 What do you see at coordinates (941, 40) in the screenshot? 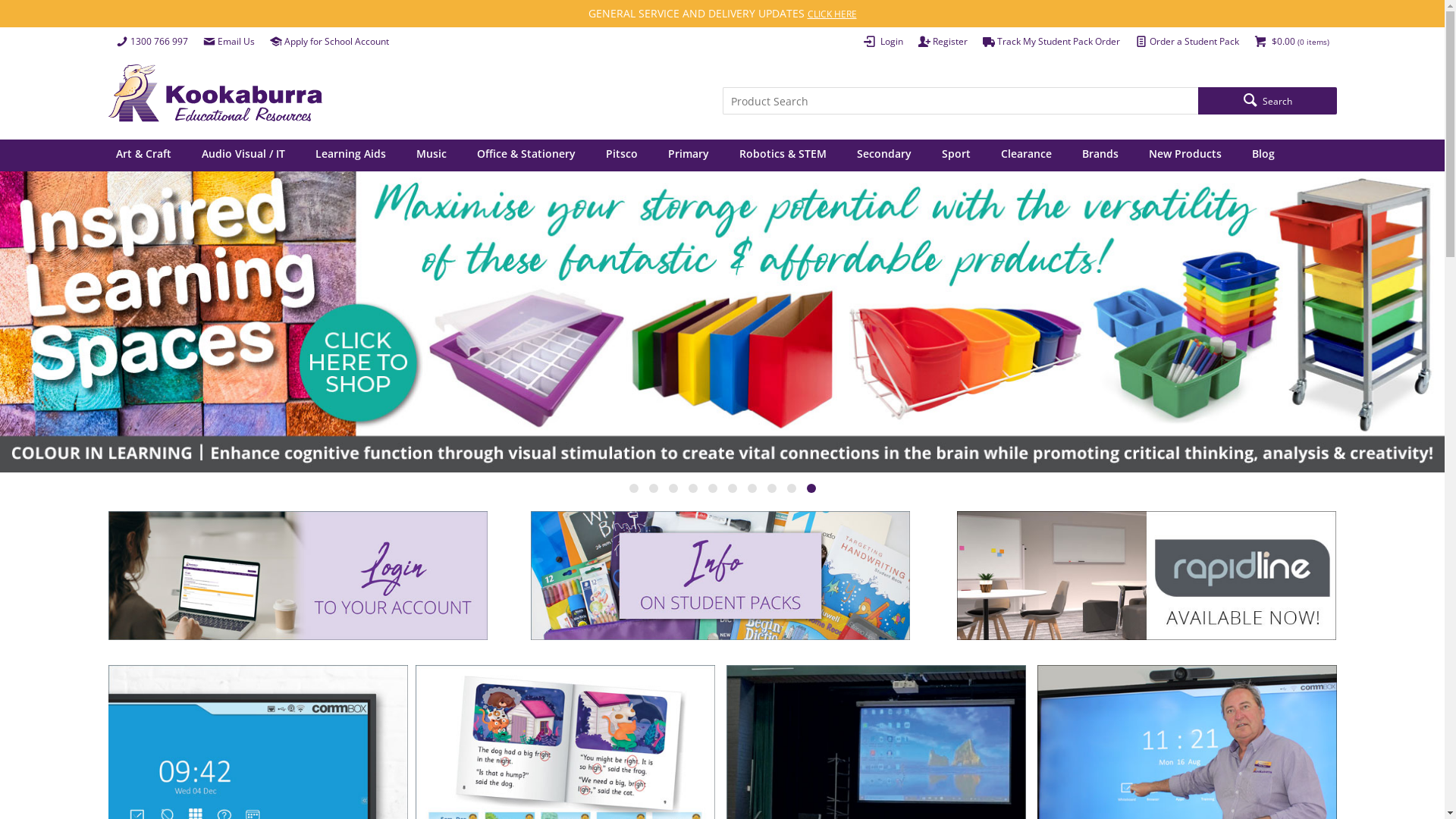
I see `'Register'` at bounding box center [941, 40].